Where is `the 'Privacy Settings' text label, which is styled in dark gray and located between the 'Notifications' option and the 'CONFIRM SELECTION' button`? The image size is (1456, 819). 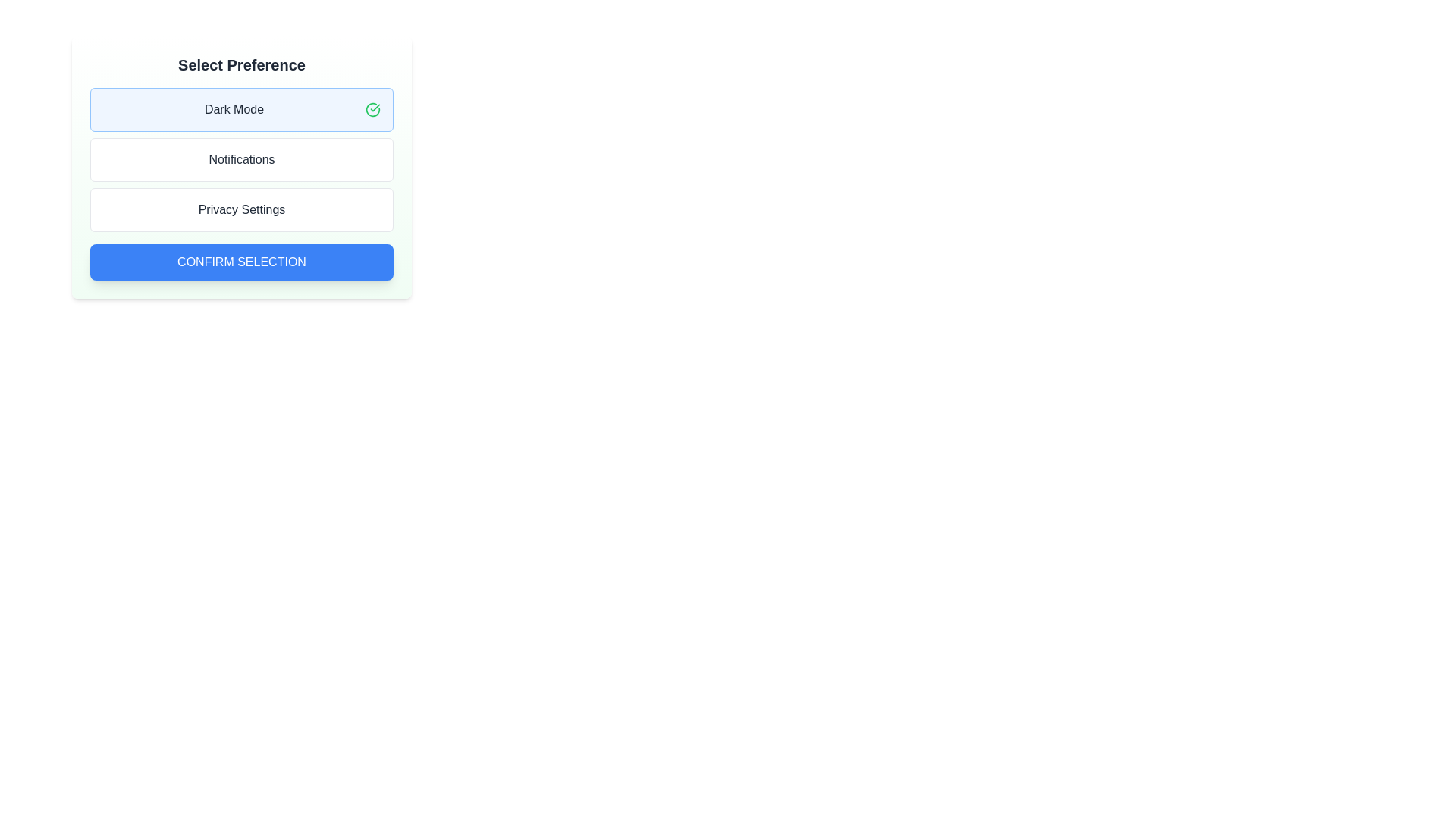
the 'Privacy Settings' text label, which is styled in dark gray and located between the 'Notifications' option and the 'CONFIRM SELECTION' button is located at coordinates (240, 210).